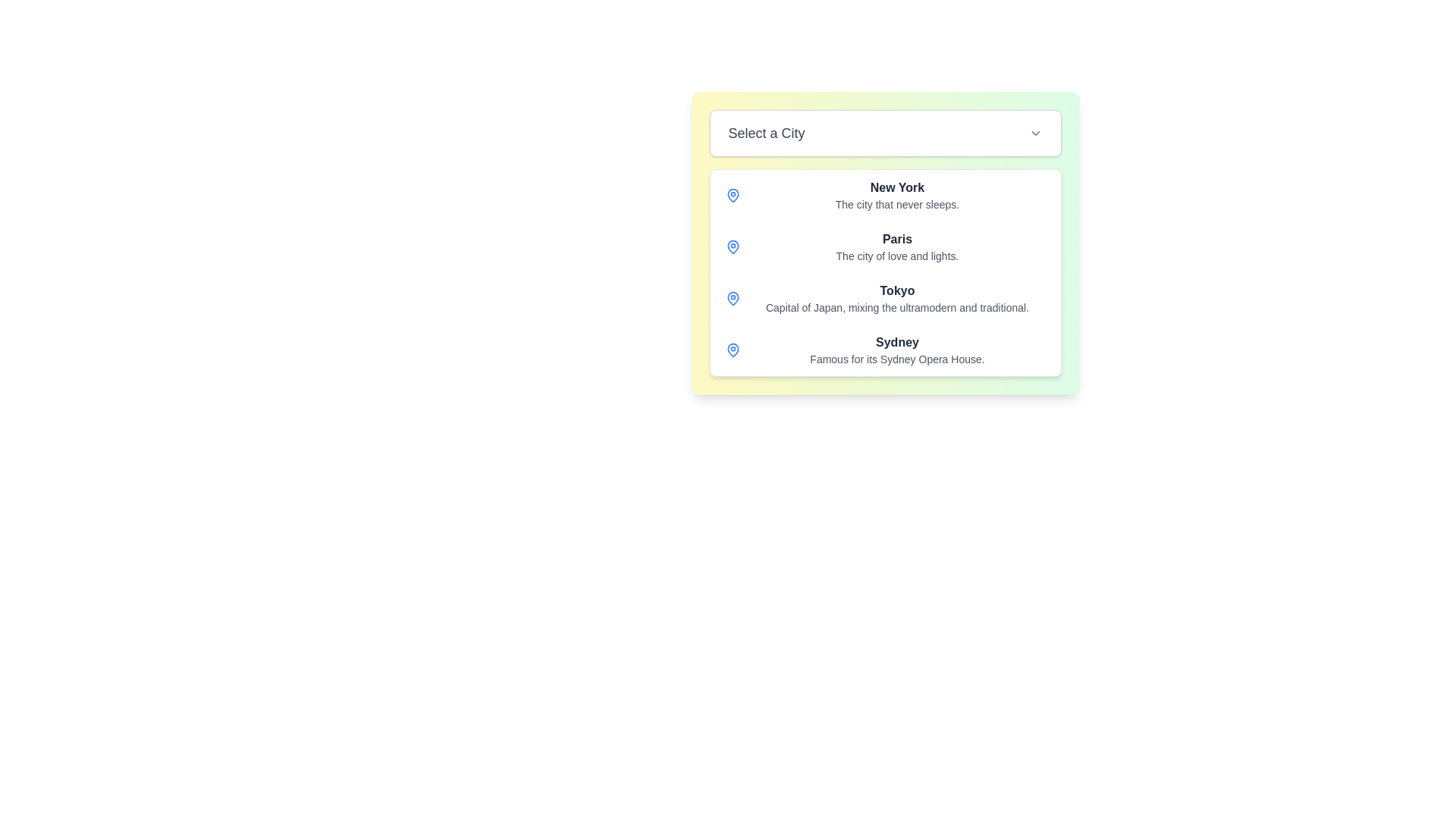  What do you see at coordinates (733, 350) in the screenshot?
I see `the location marker icon for the fourth row item 'Sydney' in the dropdown menu to possibly reveal additional information` at bounding box center [733, 350].